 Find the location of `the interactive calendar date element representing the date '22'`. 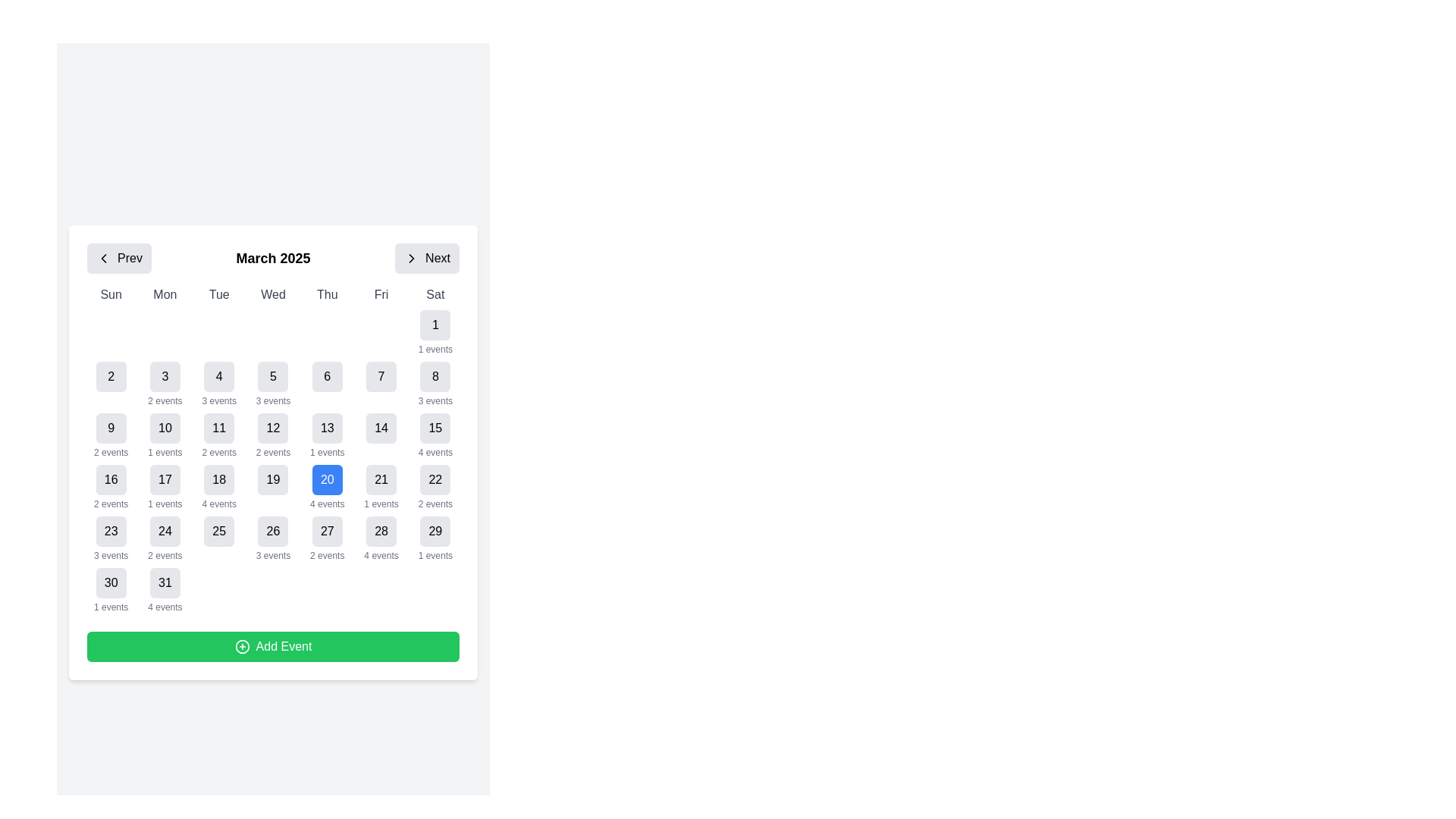

the interactive calendar date element representing the date '22' is located at coordinates (435, 479).